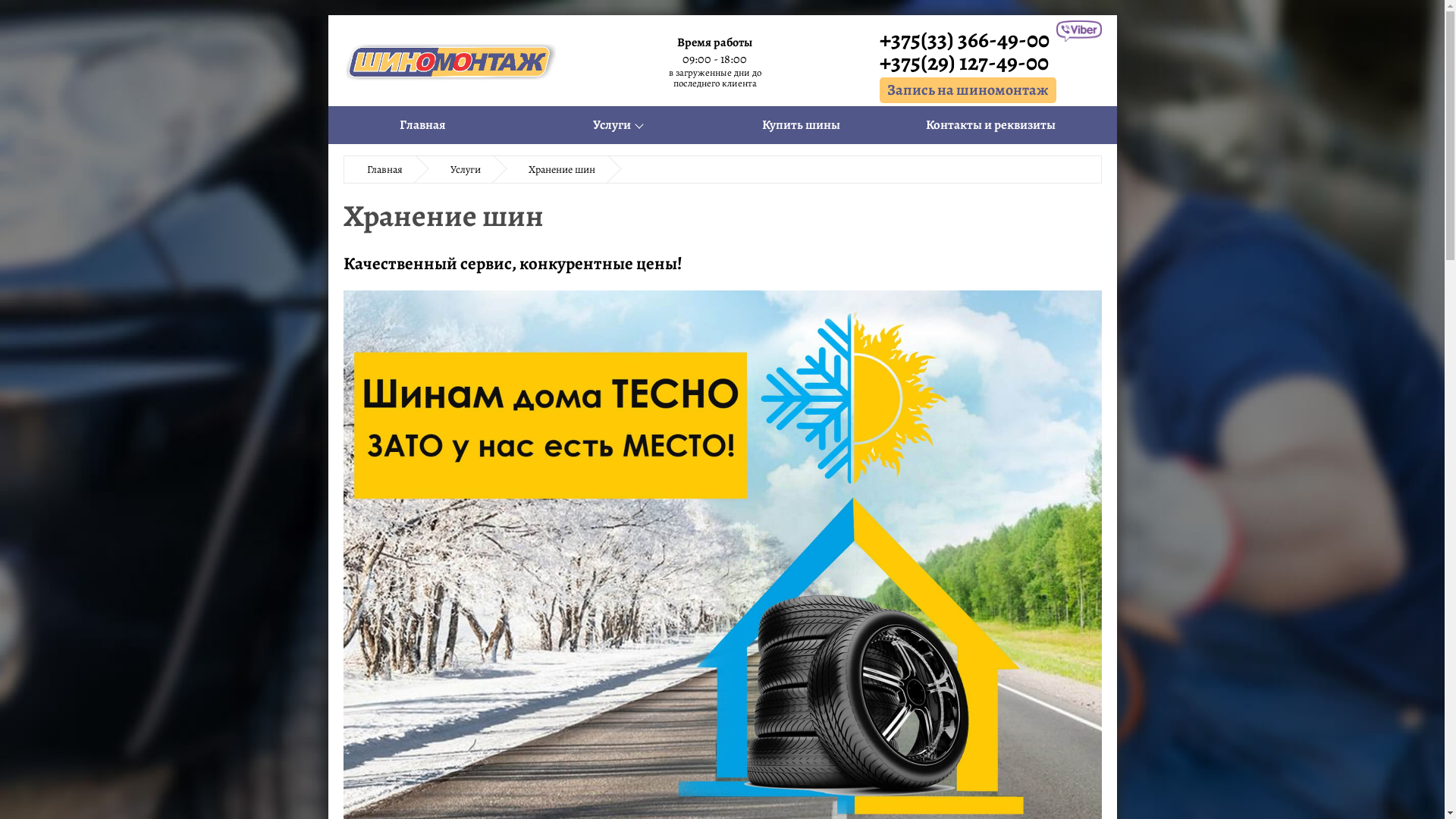  I want to click on '+375(29) 127-49-00', so click(967, 61).